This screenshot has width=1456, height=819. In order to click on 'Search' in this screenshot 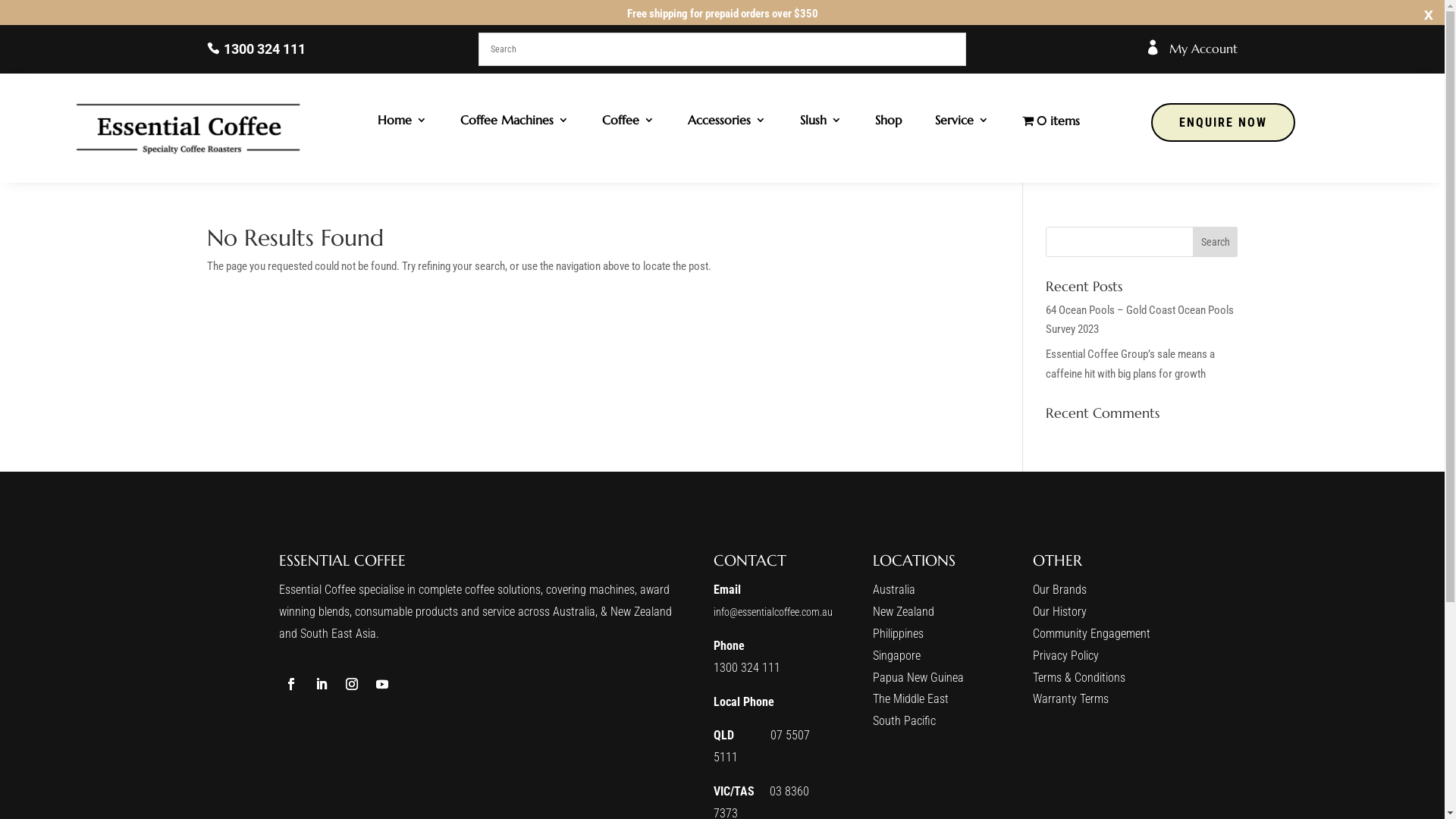, I will do `click(1216, 241)`.